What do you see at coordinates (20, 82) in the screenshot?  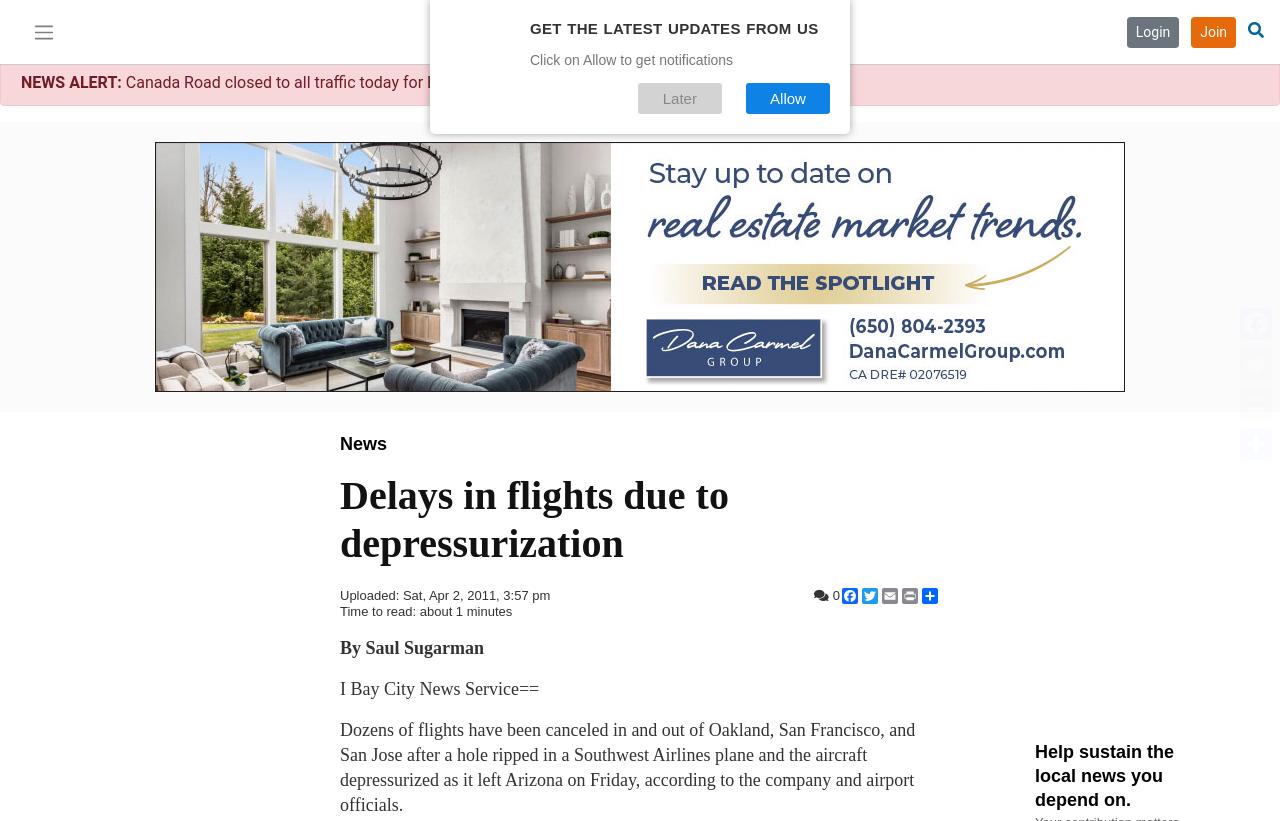 I see `'NEWS ALERT:'` at bounding box center [20, 82].